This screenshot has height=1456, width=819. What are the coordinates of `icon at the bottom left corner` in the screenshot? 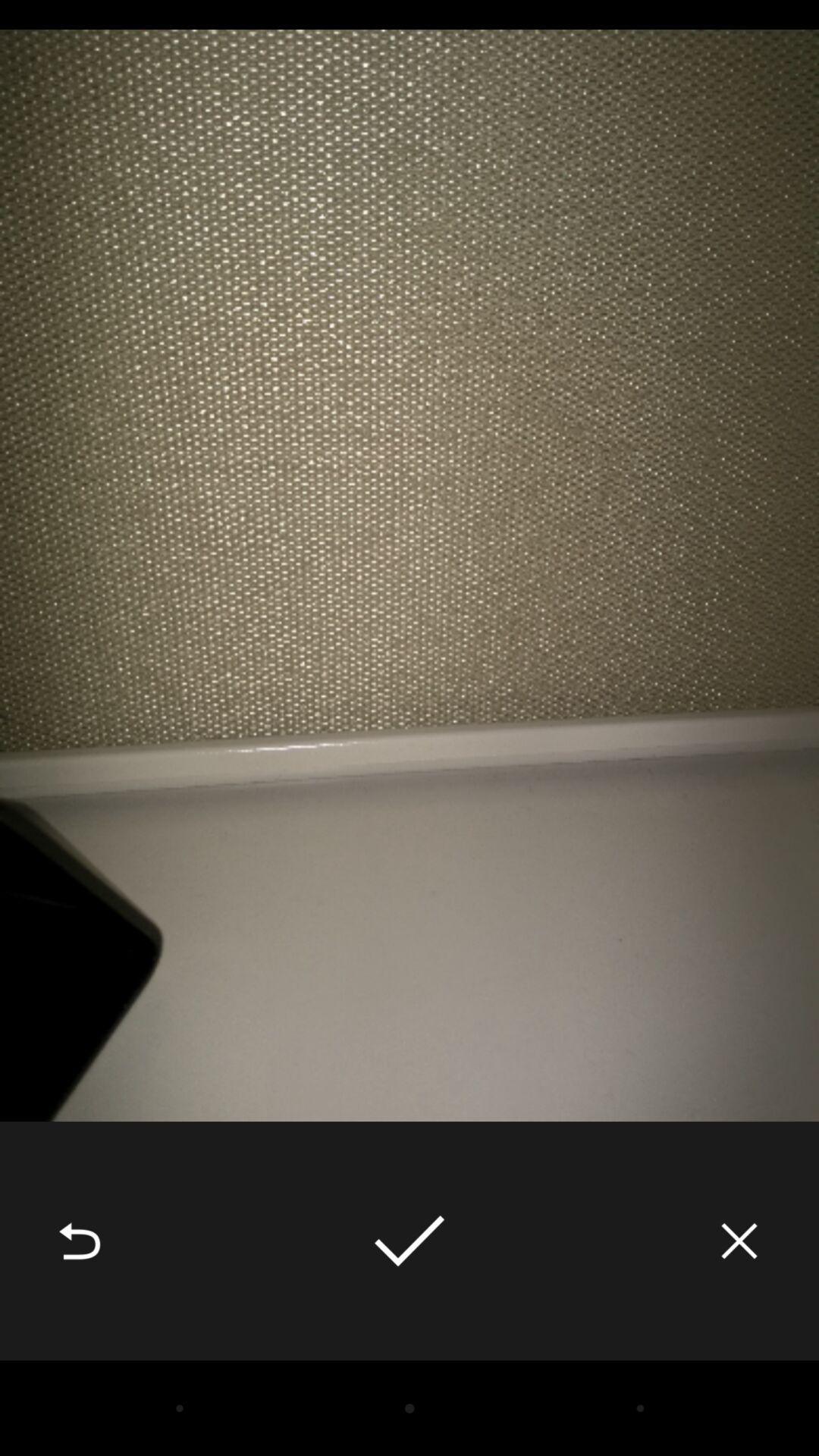 It's located at (79, 1241).